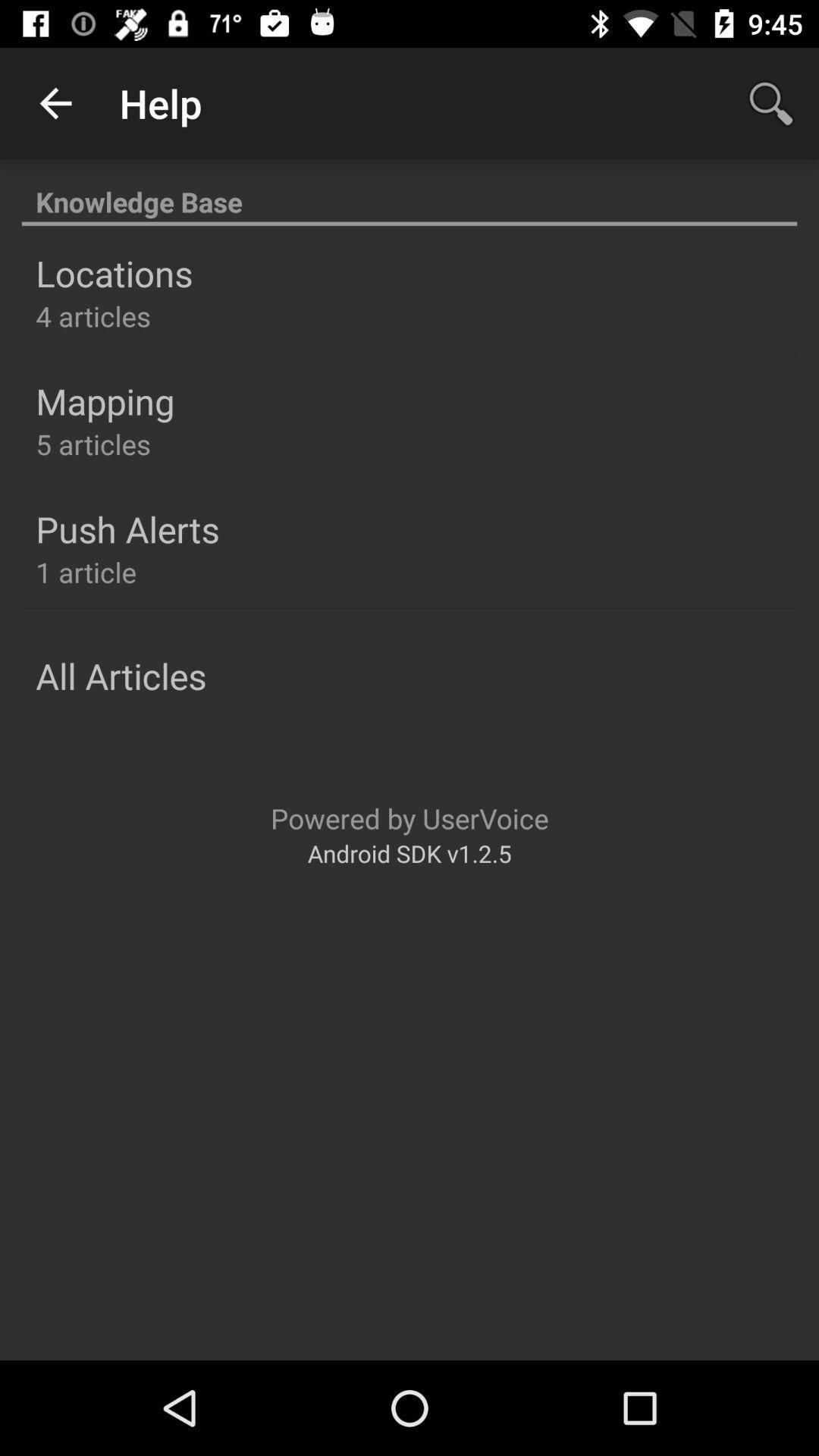 The image size is (819, 1456). What do you see at coordinates (771, 102) in the screenshot?
I see `the item at the top right corner` at bounding box center [771, 102].